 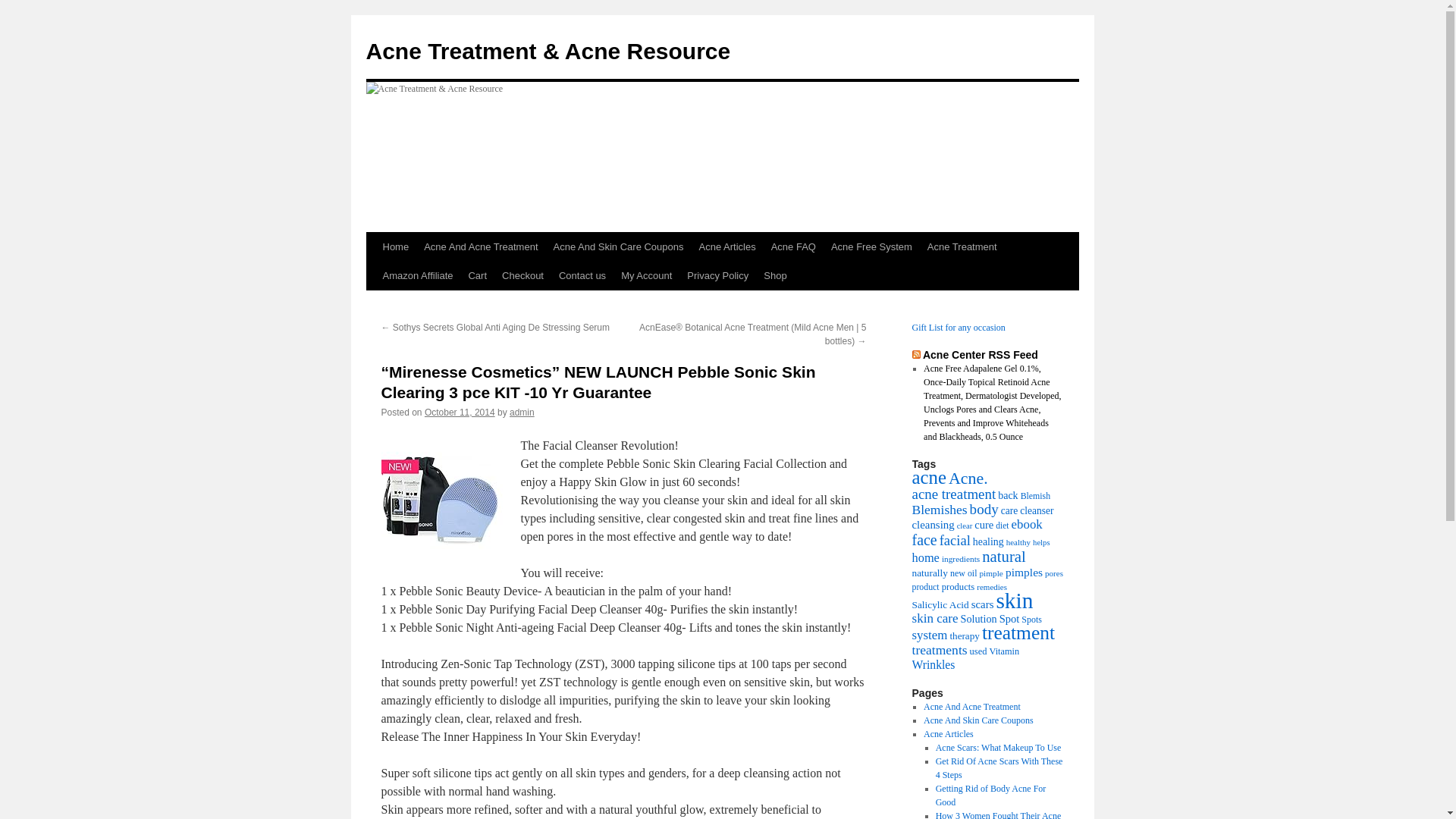 What do you see at coordinates (1014, 599) in the screenshot?
I see `'skin'` at bounding box center [1014, 599].